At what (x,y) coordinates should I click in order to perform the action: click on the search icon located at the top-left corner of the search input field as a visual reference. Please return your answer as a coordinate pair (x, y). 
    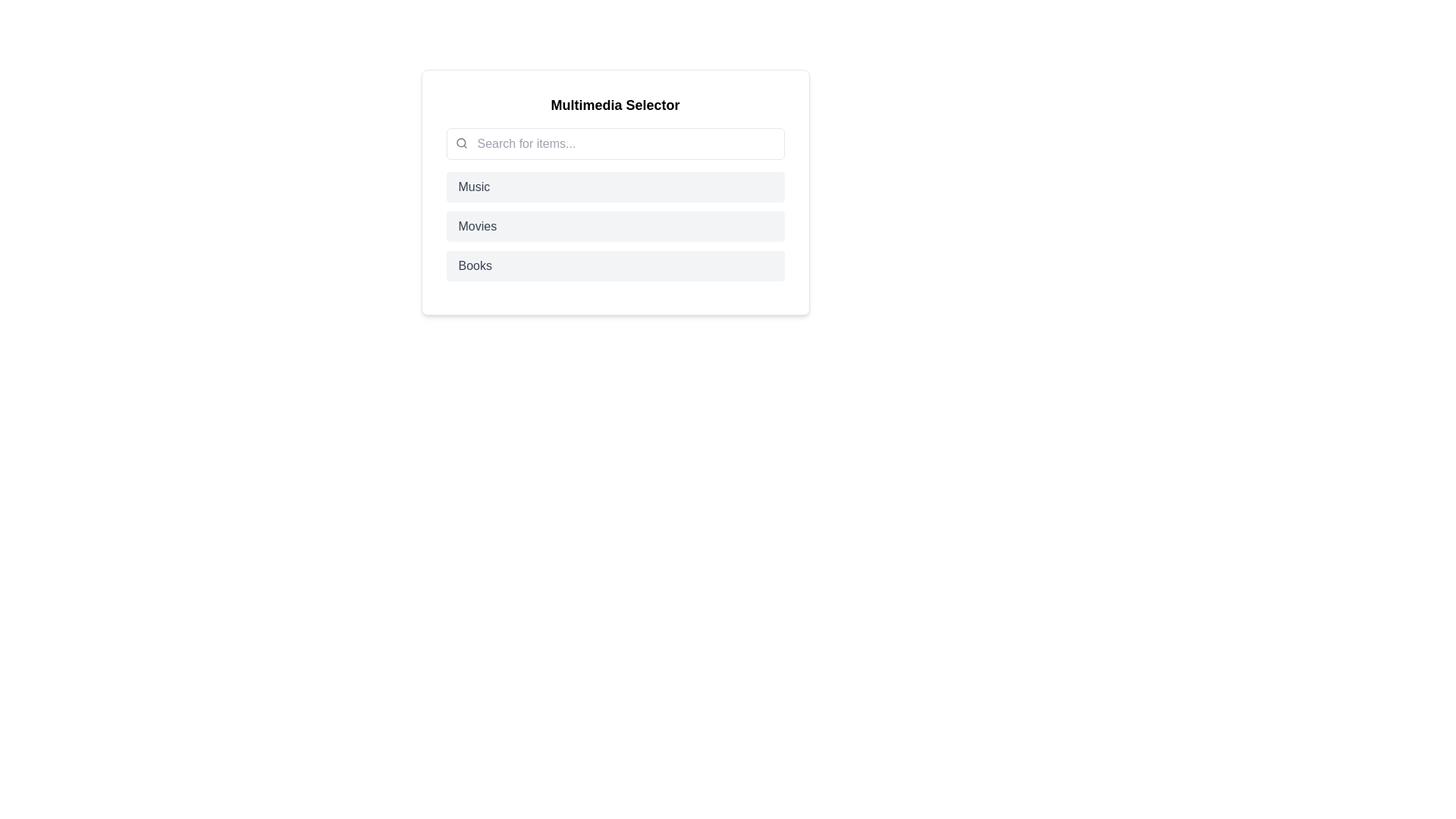
    Looking at the image, I should click on (460, 143).